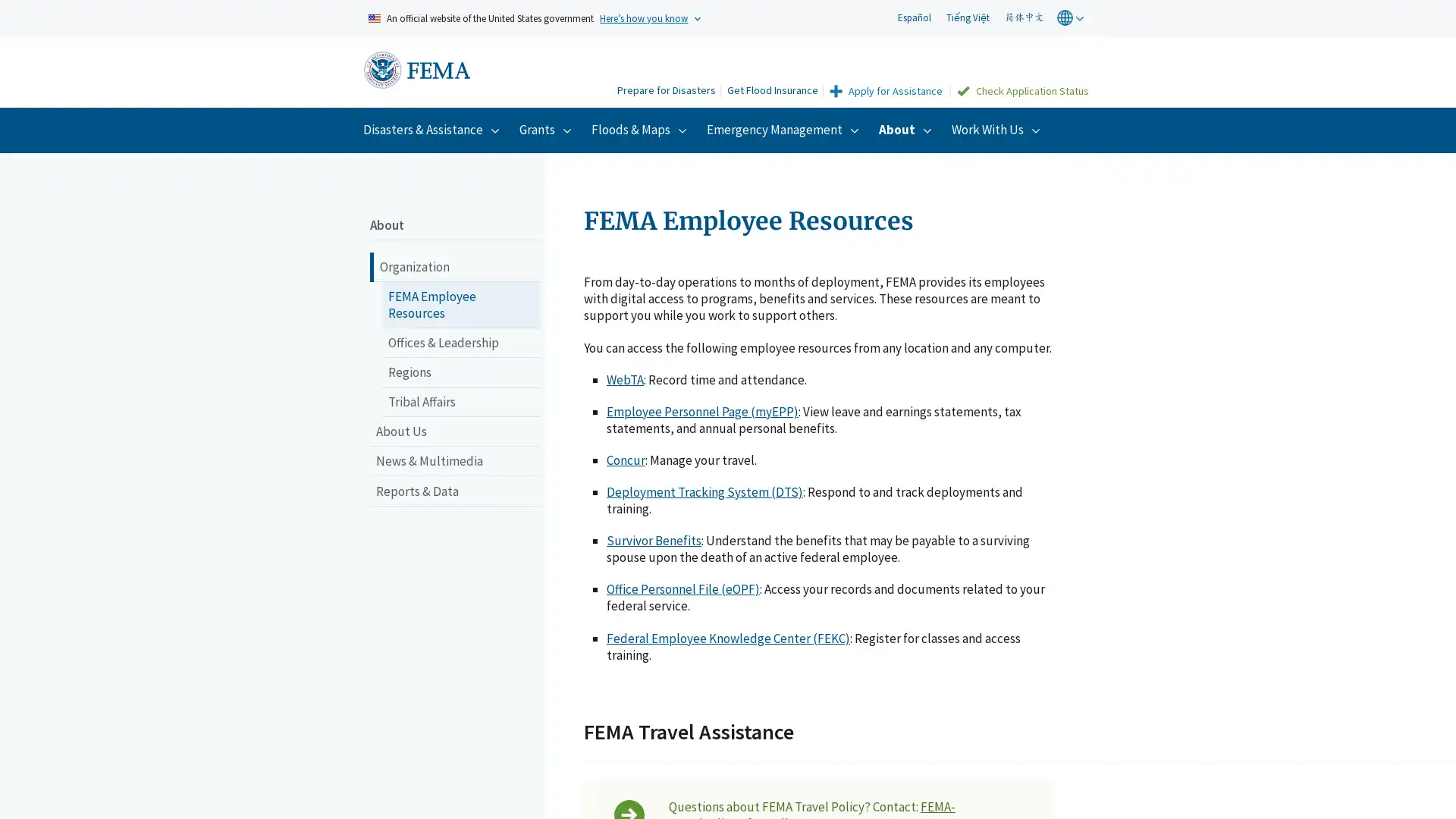  What do you see at coordinates (547, 128) in the screenshot?
I see `Grants` at bounding box center [547, 128].